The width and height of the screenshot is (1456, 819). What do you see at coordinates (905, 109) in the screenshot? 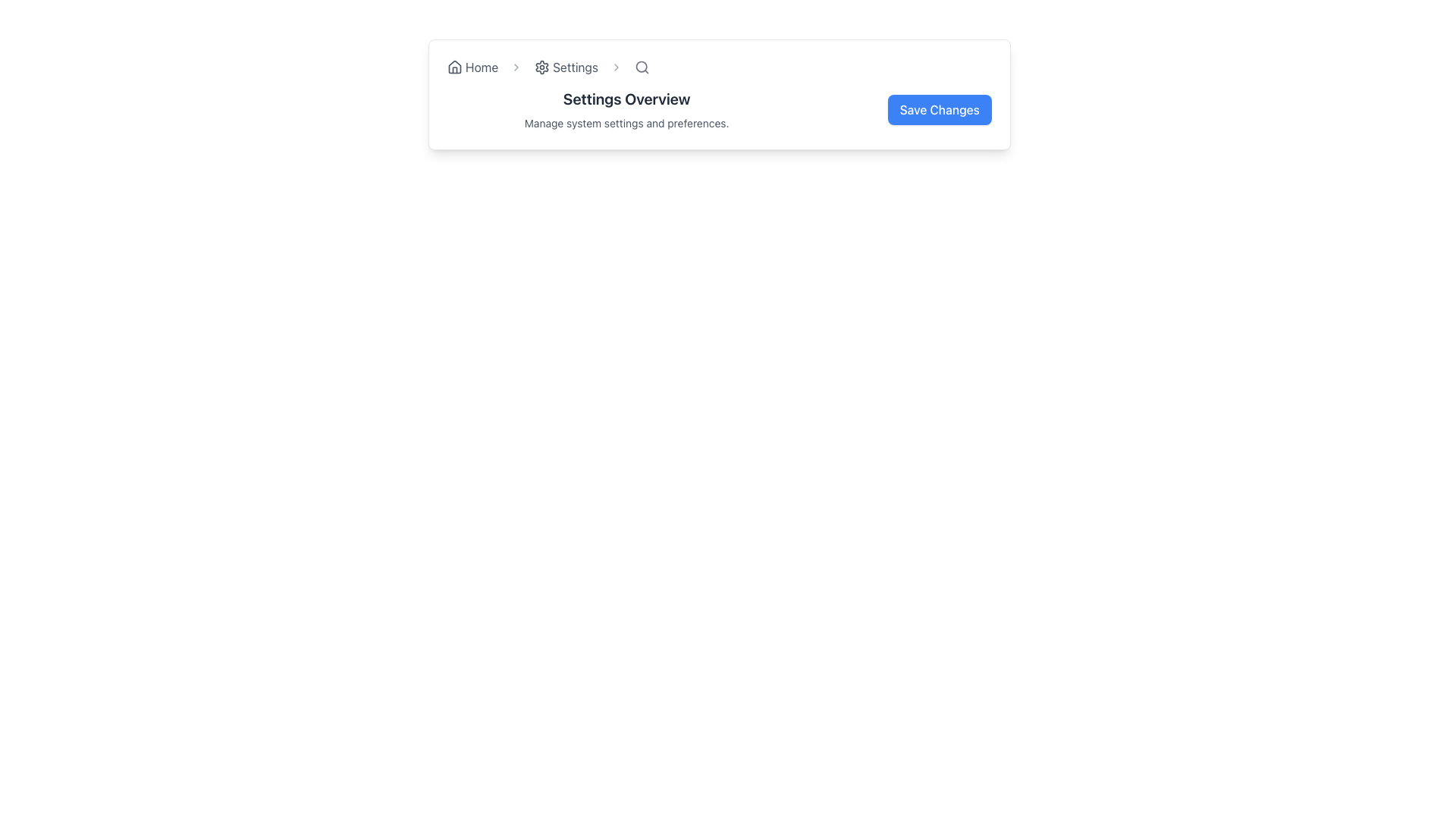
I see `the 'Save Changes' button located at the top right of the settings interface` at bounding box center [905, 109].